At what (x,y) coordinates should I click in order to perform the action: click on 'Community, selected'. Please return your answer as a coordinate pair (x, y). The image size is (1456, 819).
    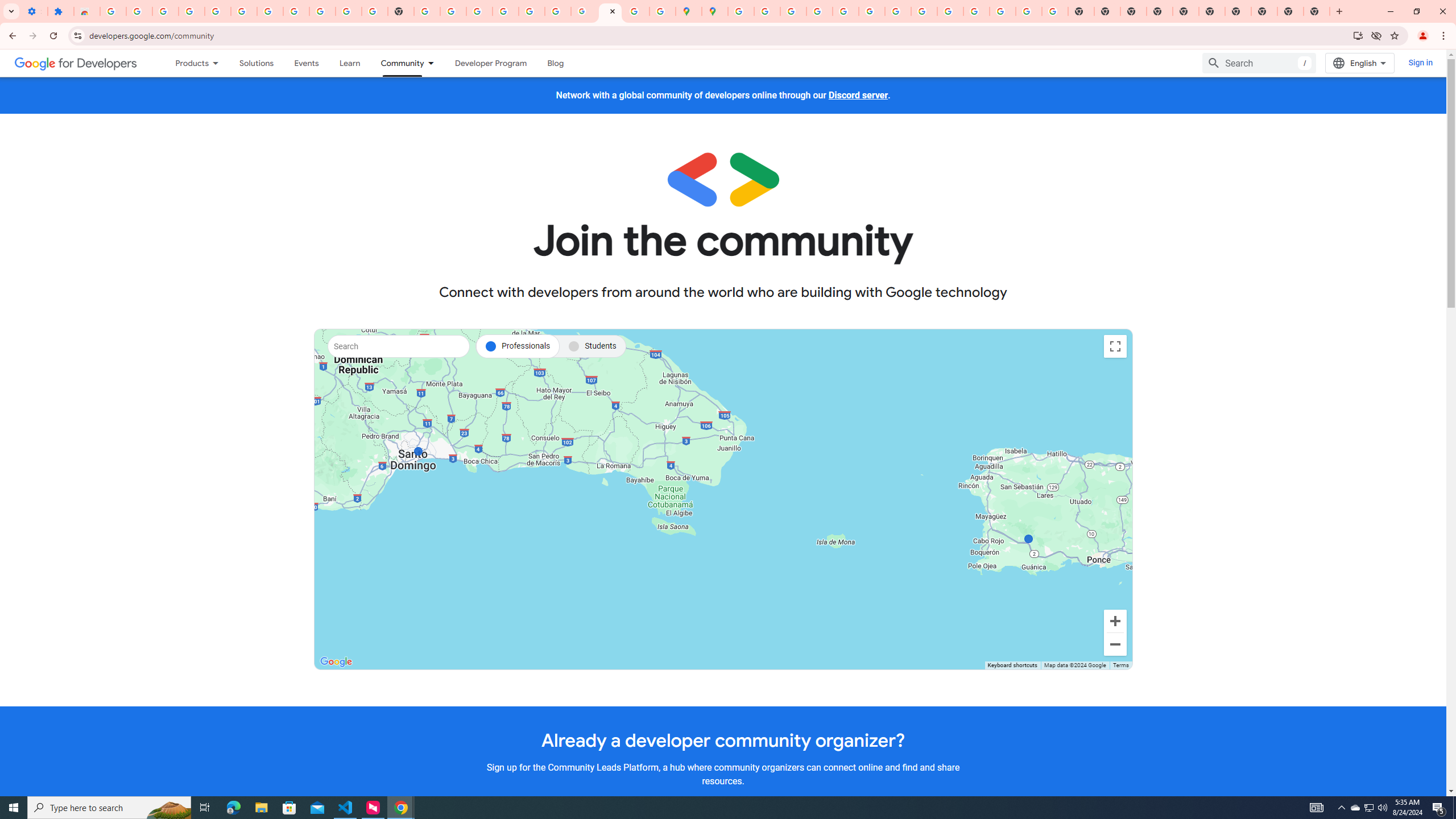
    Looking at the image, I should click on (396, 63).